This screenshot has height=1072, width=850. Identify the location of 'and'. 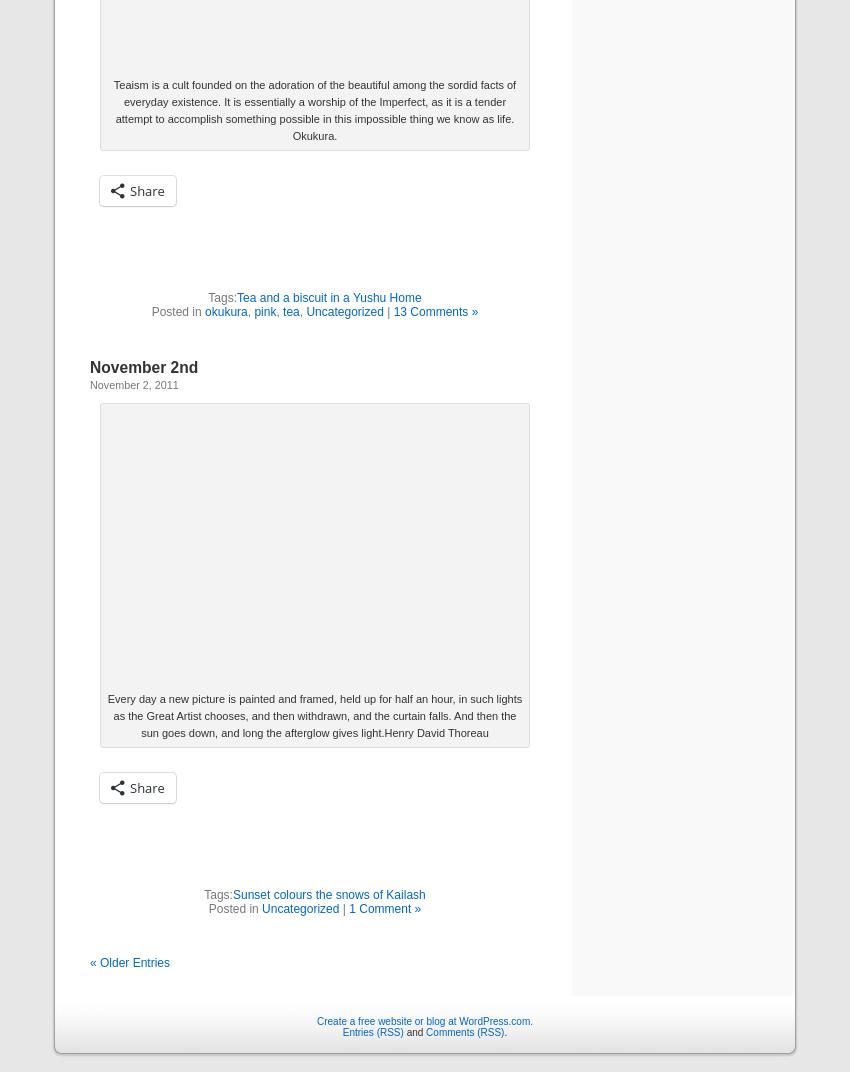
(414, 1031).